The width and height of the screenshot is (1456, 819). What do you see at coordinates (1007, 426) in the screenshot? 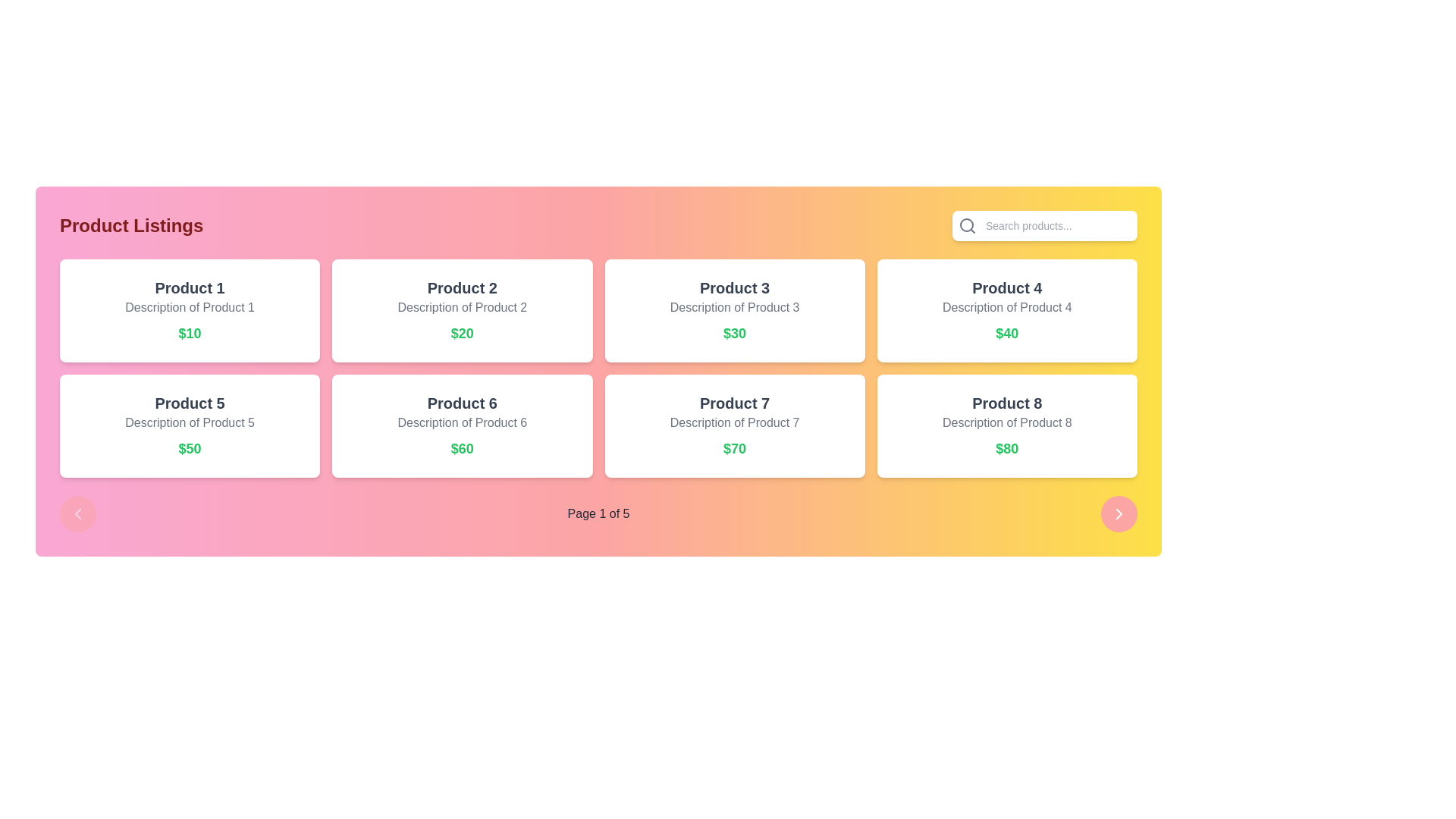
I see `the Product card that displays the product information, positioned as the eighth item in a grid layout, located to the right of the 'Product 7' card` at bounding box center [1007, 426].